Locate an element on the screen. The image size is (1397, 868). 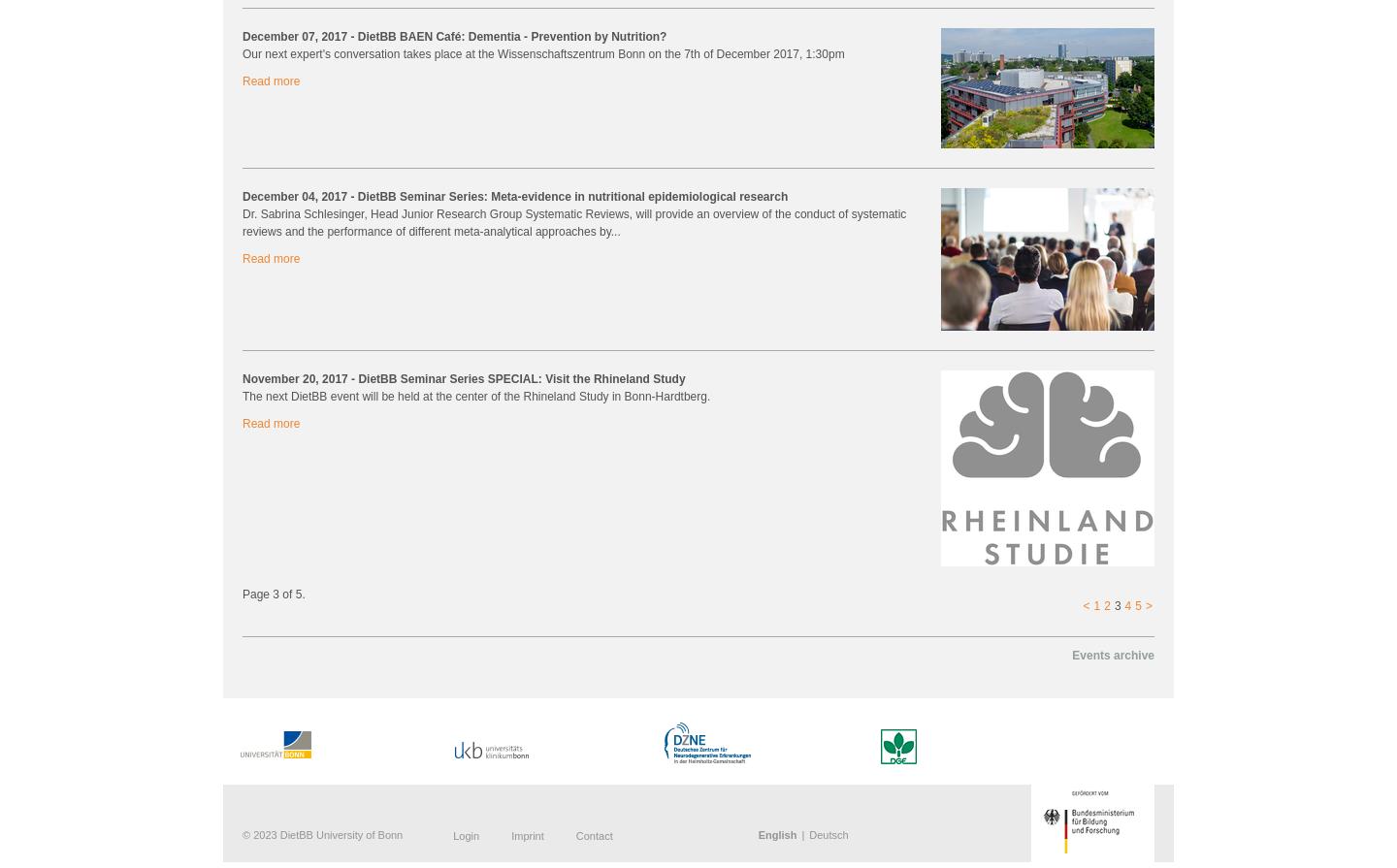
'Deutsch' is located at coordinates (809, 833).